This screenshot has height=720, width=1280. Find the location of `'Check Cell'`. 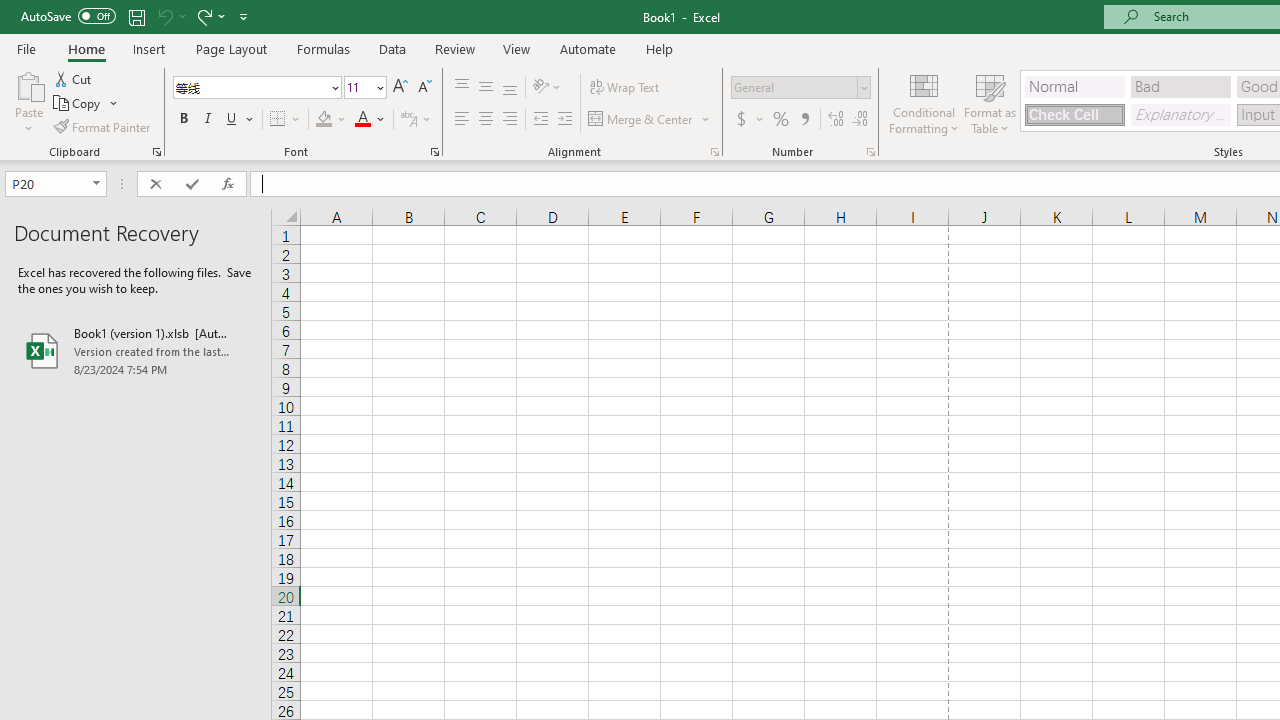

'Check Cell' is located at coordinates (1073, 114).